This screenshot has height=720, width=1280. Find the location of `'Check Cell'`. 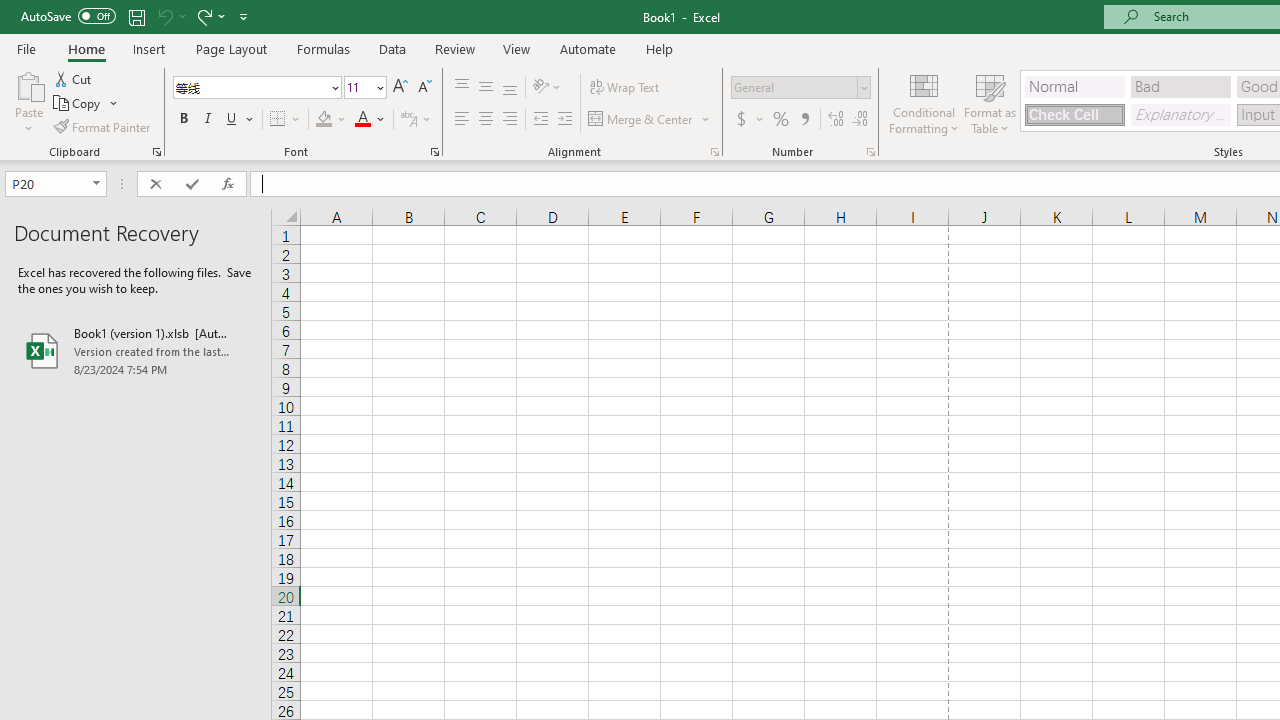

'Check Cell' is located at coordinates (1073, 114).